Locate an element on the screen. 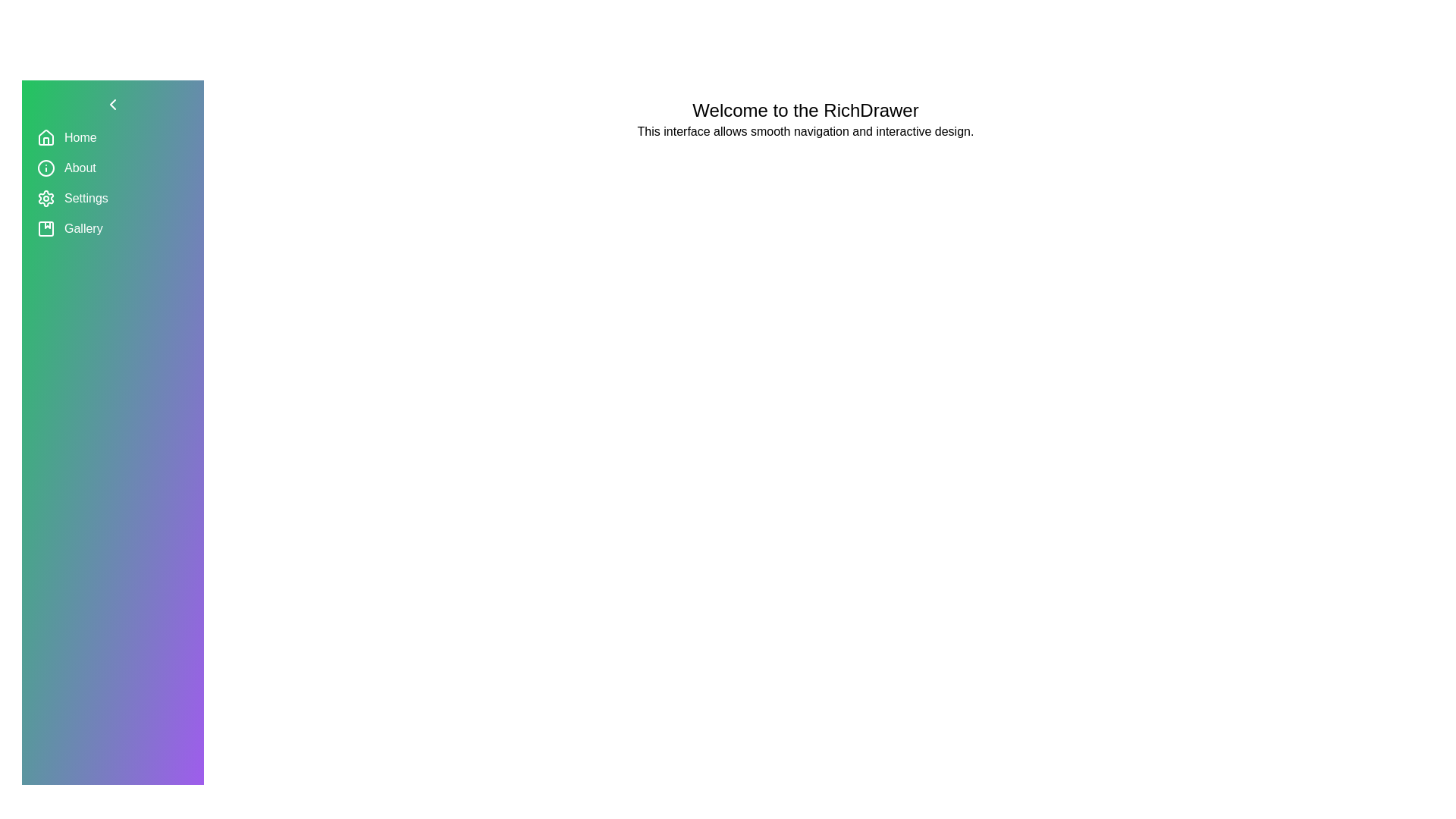 This screenshot has width=1456, height=819. the menu option Home from the sidebar is located at coordinates (111, 137).